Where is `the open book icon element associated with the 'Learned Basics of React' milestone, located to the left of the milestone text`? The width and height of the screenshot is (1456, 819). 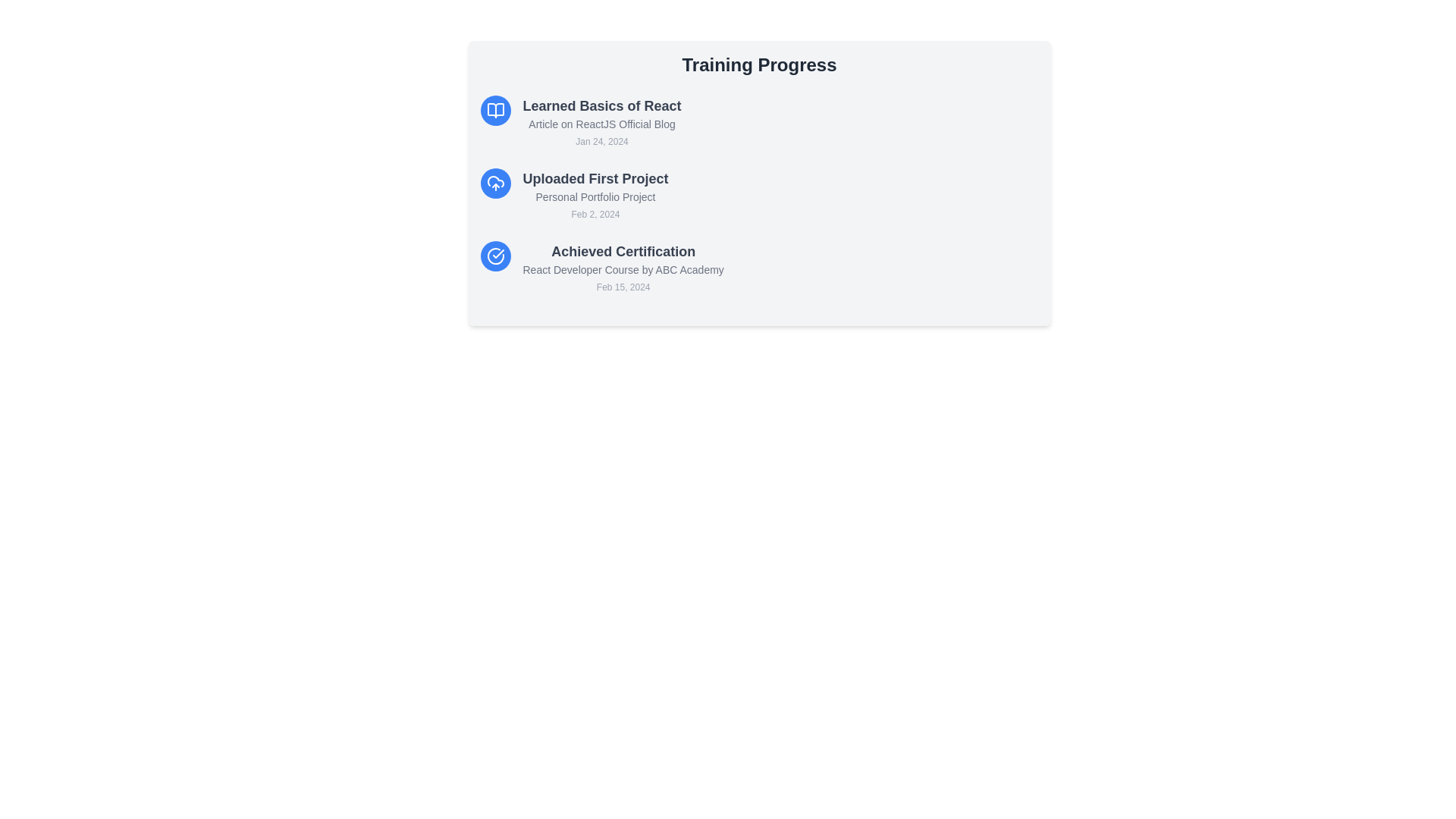
the open book icon element associated with the 'Learned Basics of React' milestone, located to the left of the milestone text is located at coordinates (495, 110).